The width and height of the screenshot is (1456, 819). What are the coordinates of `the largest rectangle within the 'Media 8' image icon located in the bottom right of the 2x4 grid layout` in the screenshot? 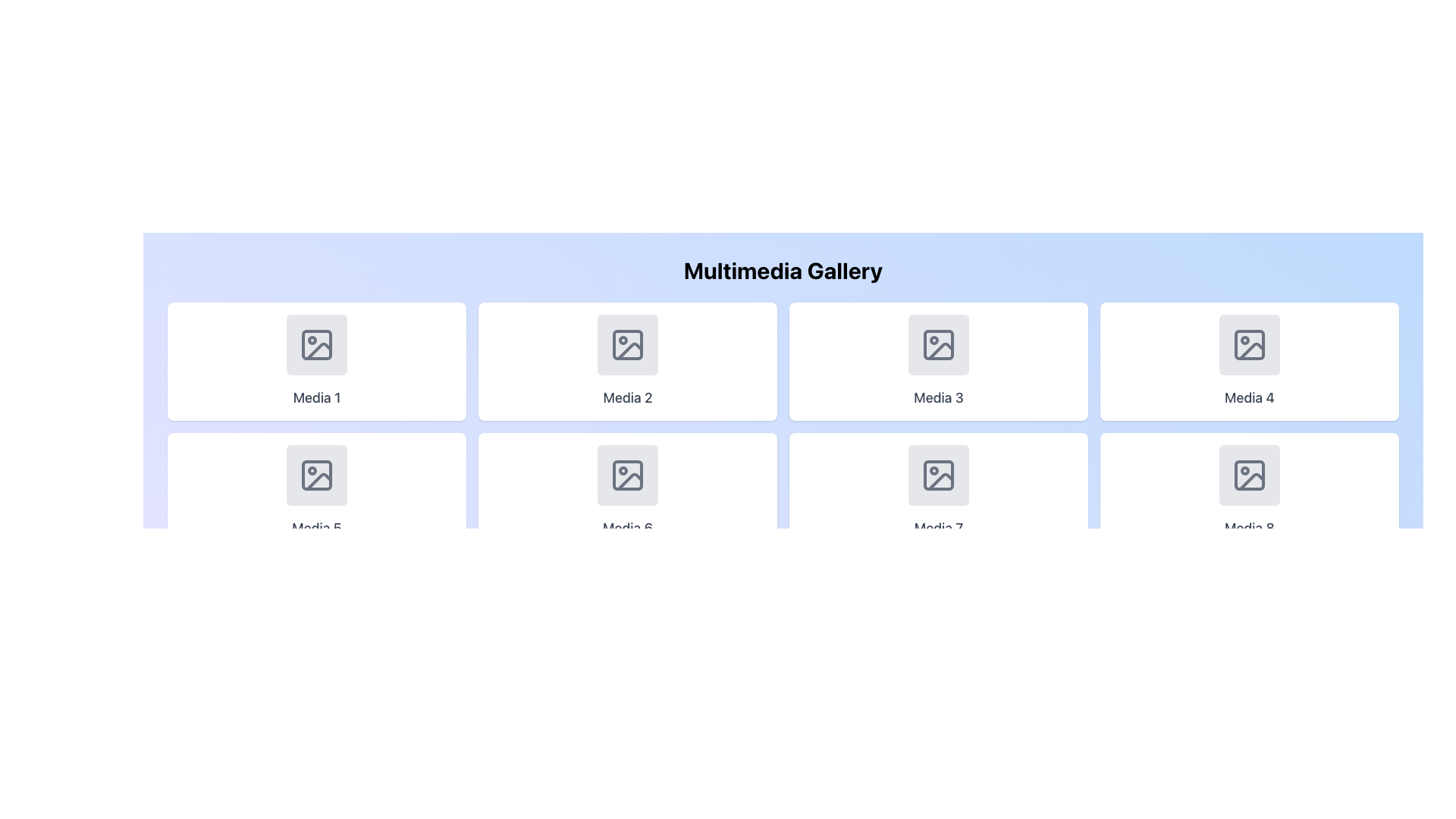 It's located at (1249, 475).